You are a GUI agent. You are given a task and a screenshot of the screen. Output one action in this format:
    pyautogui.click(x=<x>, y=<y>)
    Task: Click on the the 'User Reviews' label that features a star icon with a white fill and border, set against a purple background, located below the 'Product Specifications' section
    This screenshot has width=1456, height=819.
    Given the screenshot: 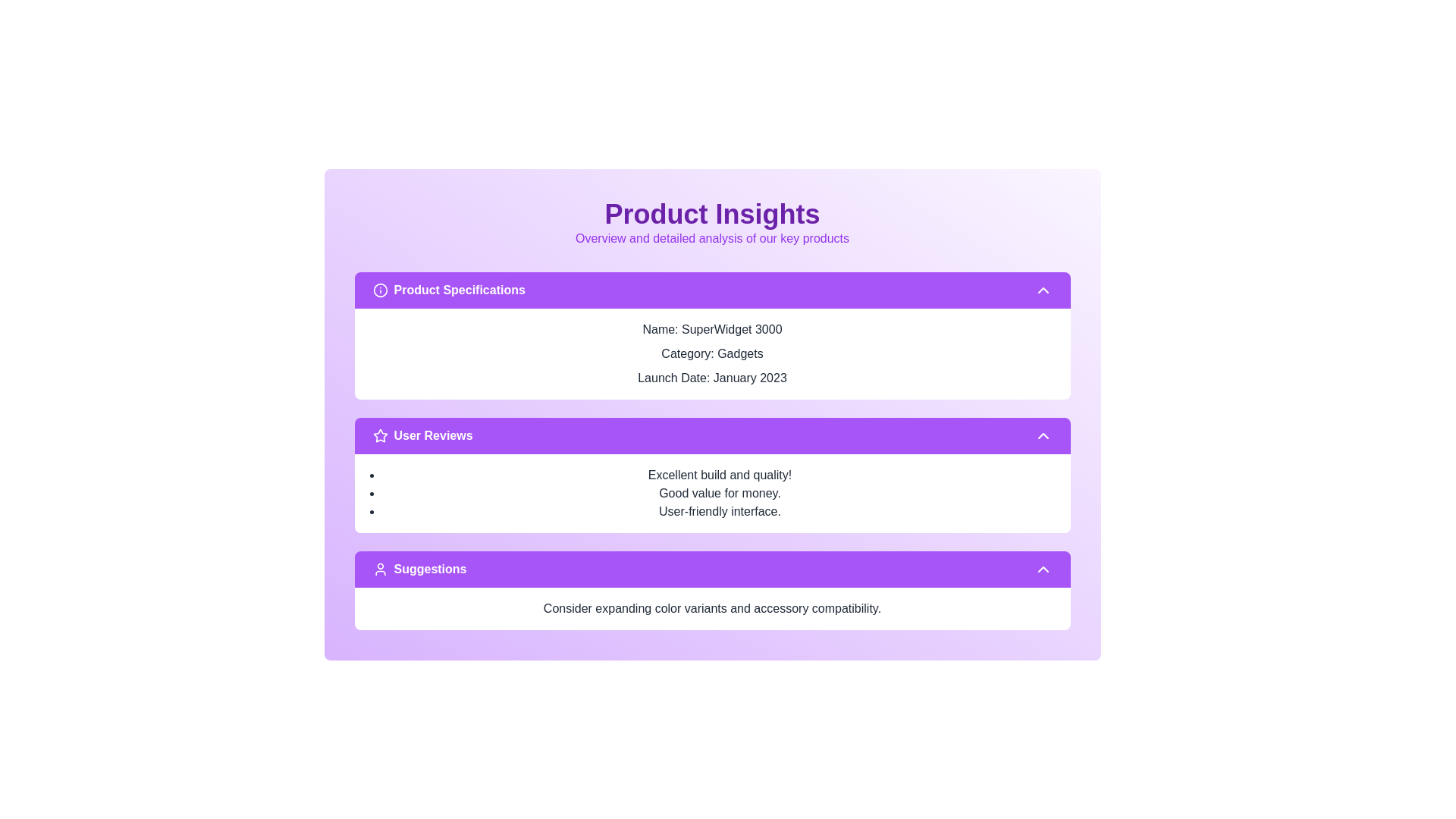 What is the action you would take?
    pyautogui.click(x=422, y=435)
    